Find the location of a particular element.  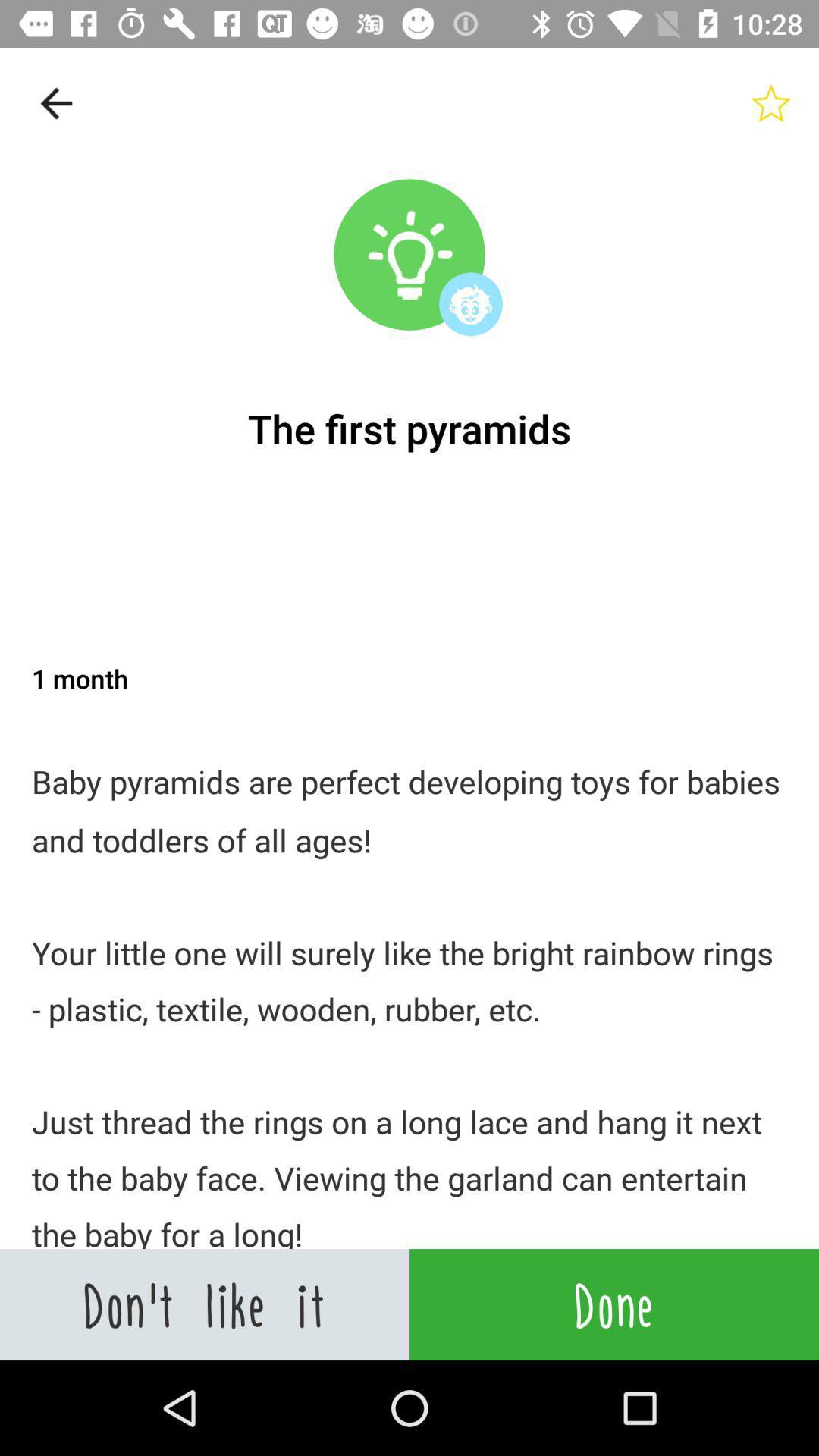

the item above the the first pyramids is located at coordinates (55, 102).